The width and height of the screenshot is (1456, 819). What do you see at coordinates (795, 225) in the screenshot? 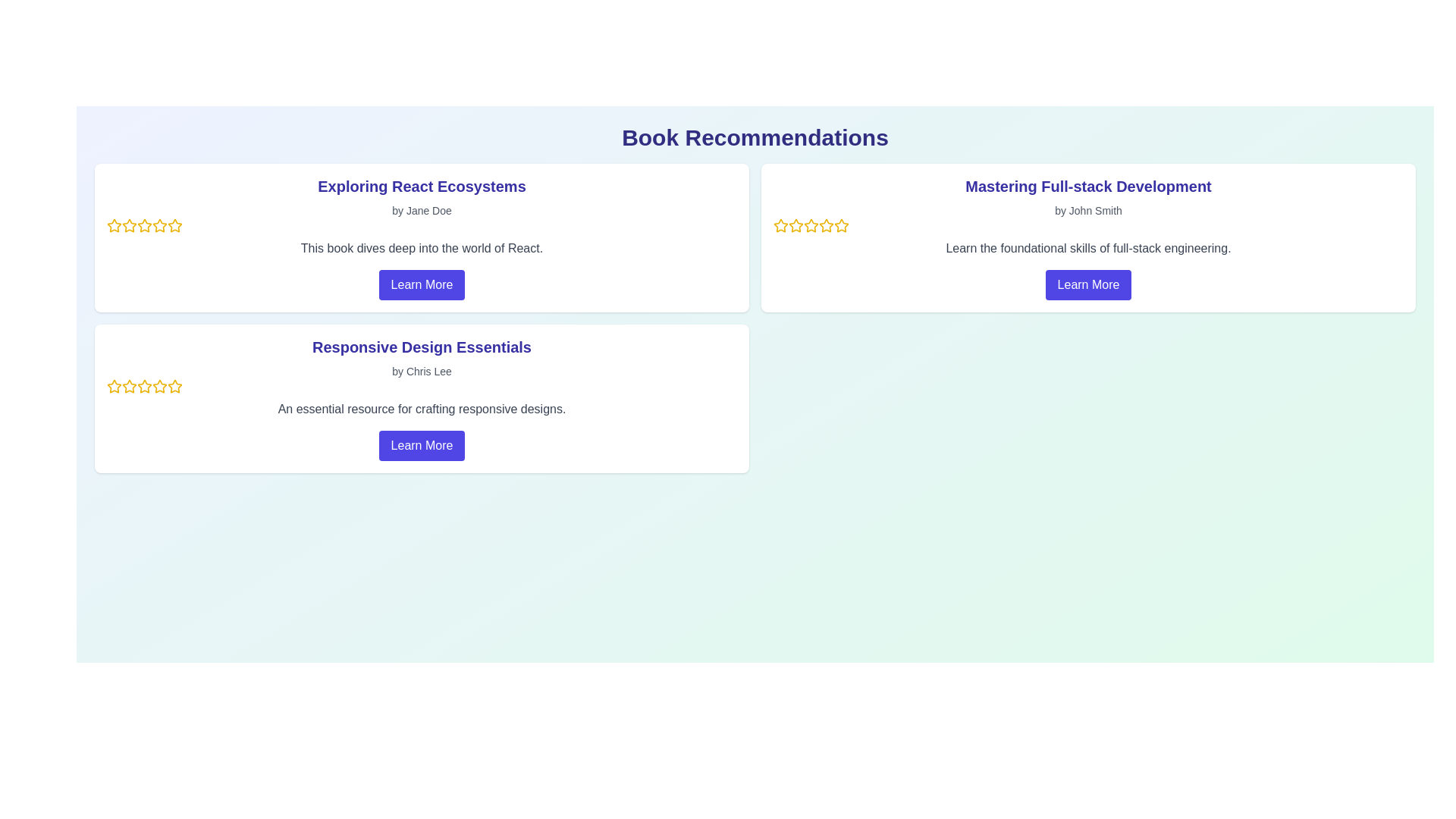
I see `the second star icon in the rating bar for 'Mastering Full-stack Development' located in the upper right portion of the layout` at bounding box center [795, 225].